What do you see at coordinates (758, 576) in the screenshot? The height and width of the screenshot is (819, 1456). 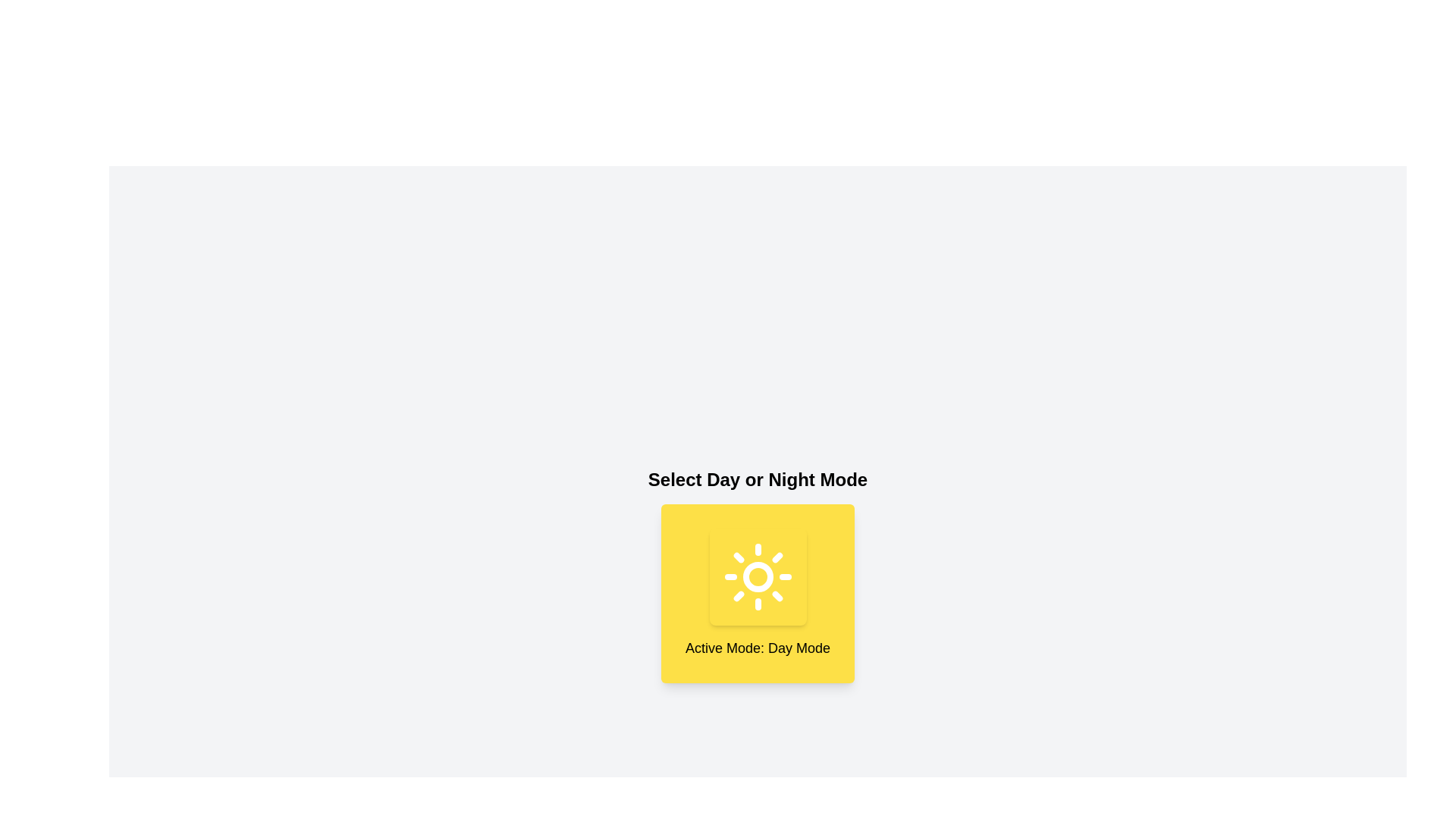 I see `the button to observe any hover effects` at bounding box center [758, 576].